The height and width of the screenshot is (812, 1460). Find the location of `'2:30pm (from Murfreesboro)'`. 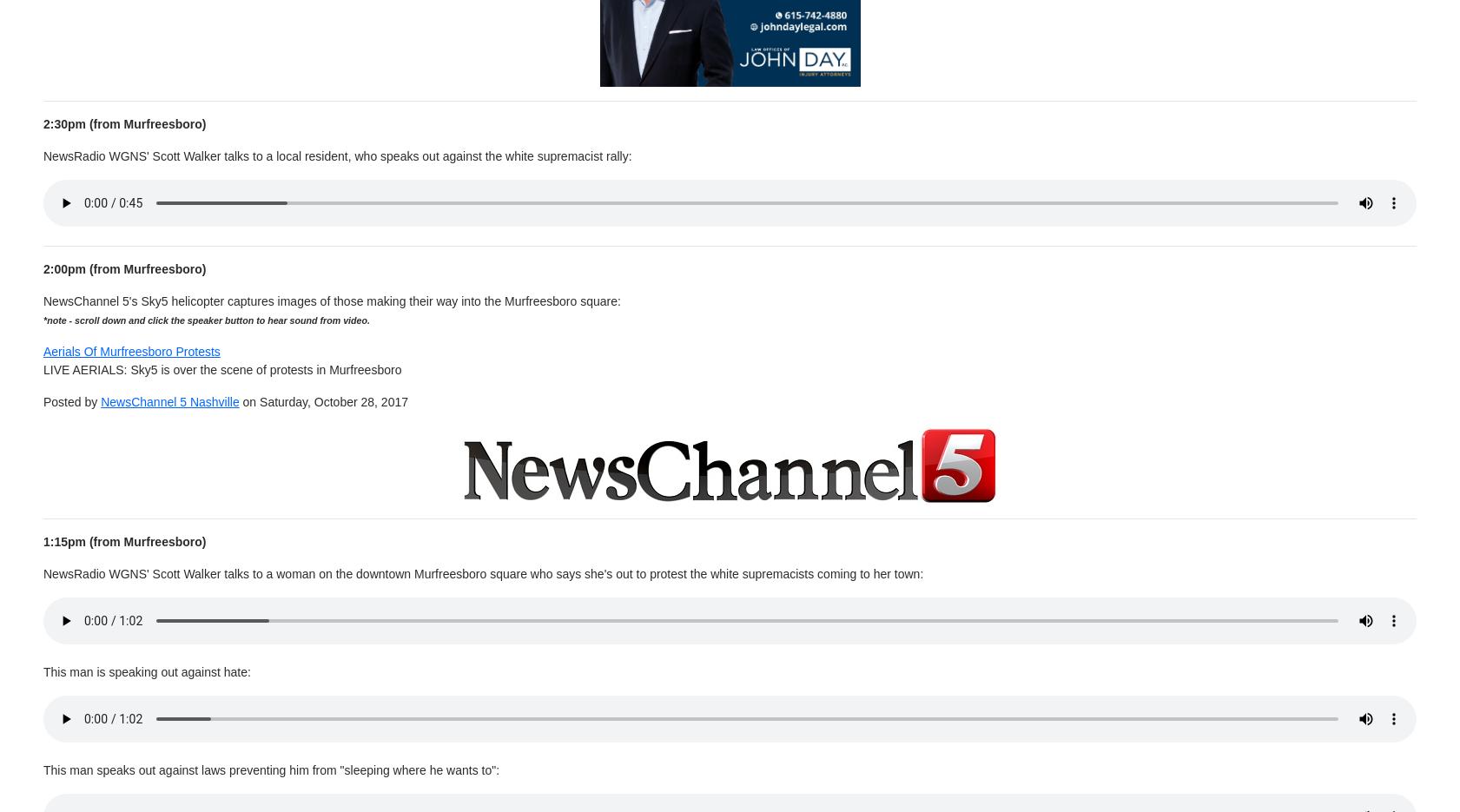

'2:30pm (from Murfreesboro)' is located at coordinates (123, 123).